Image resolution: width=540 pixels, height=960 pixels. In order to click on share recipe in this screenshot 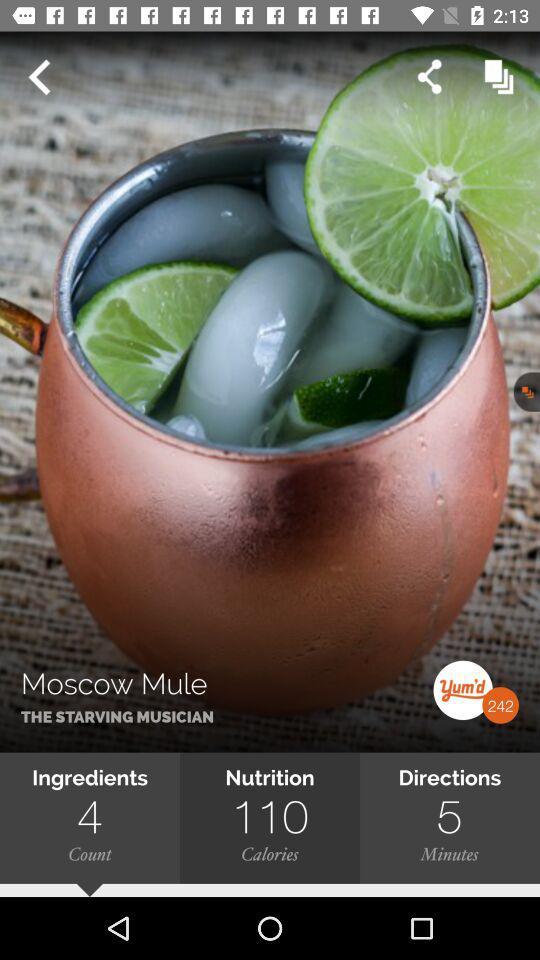, I will do `click(428, 77)`.